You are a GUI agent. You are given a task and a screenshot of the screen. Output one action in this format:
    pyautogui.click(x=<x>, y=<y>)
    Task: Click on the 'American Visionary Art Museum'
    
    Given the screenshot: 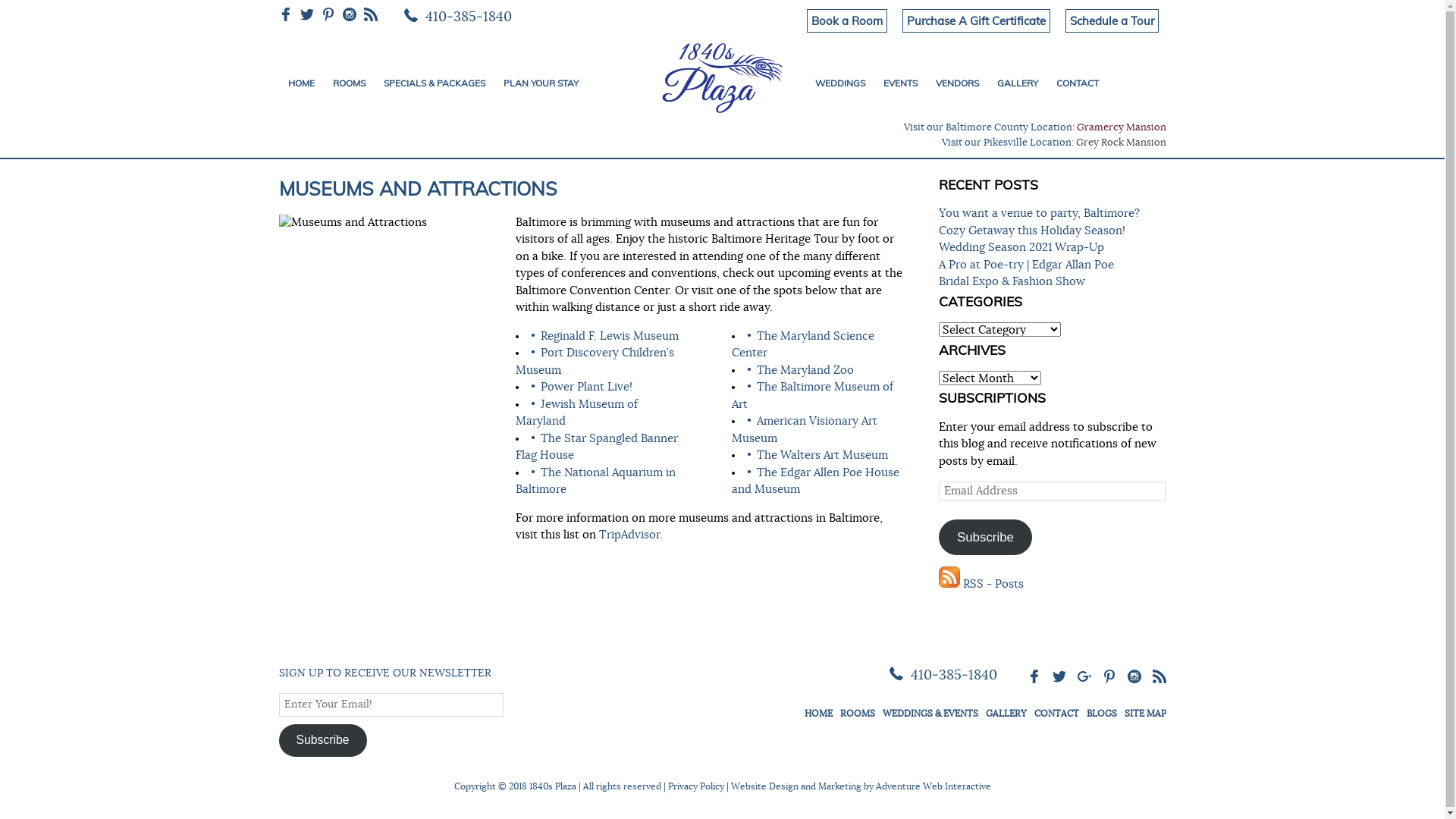 What is the action you would take?
    pyautogui.click(x=803, y=430)
    